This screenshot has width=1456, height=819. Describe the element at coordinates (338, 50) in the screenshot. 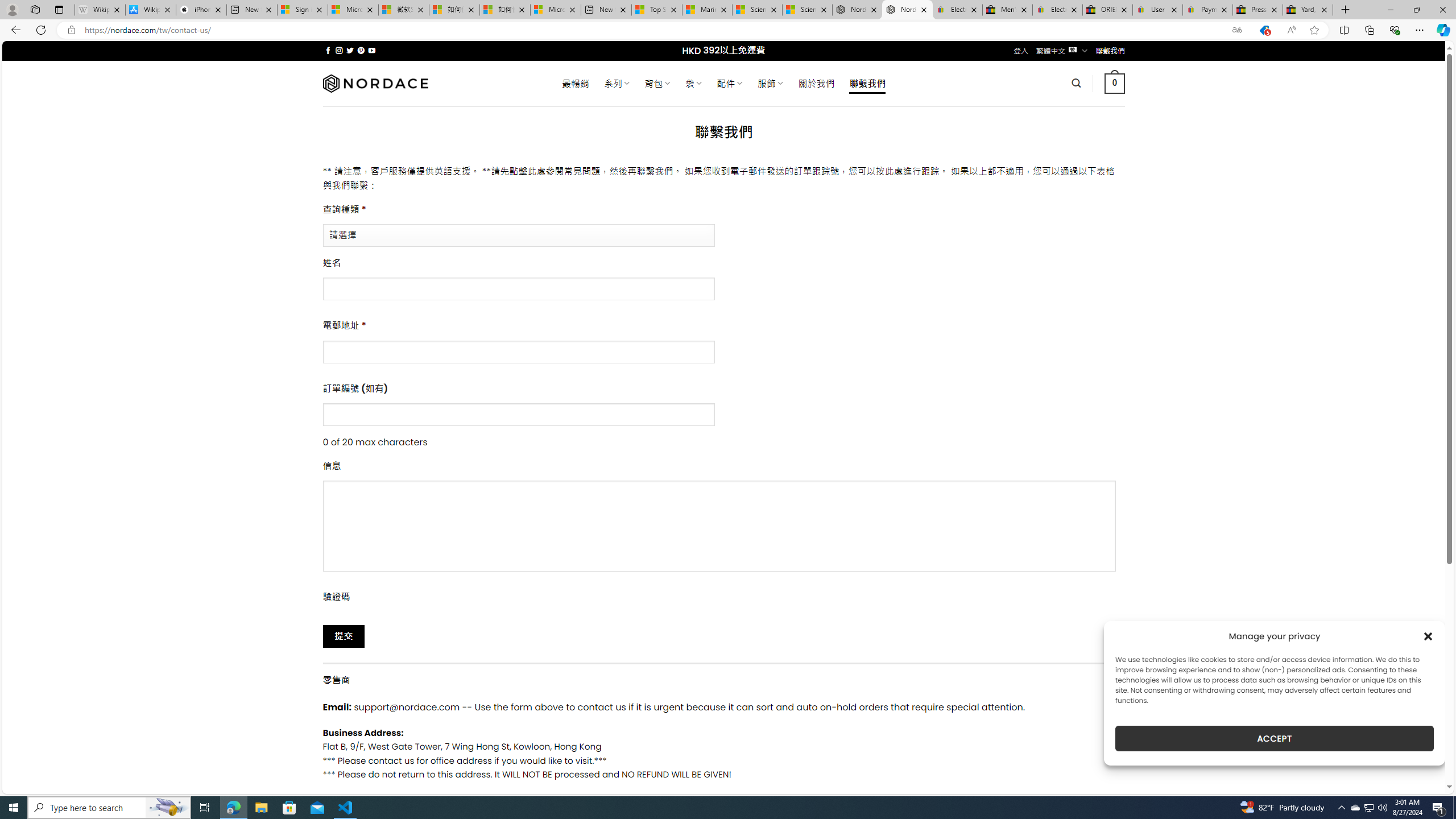

I see `'Follow on Instagram'` at that location.